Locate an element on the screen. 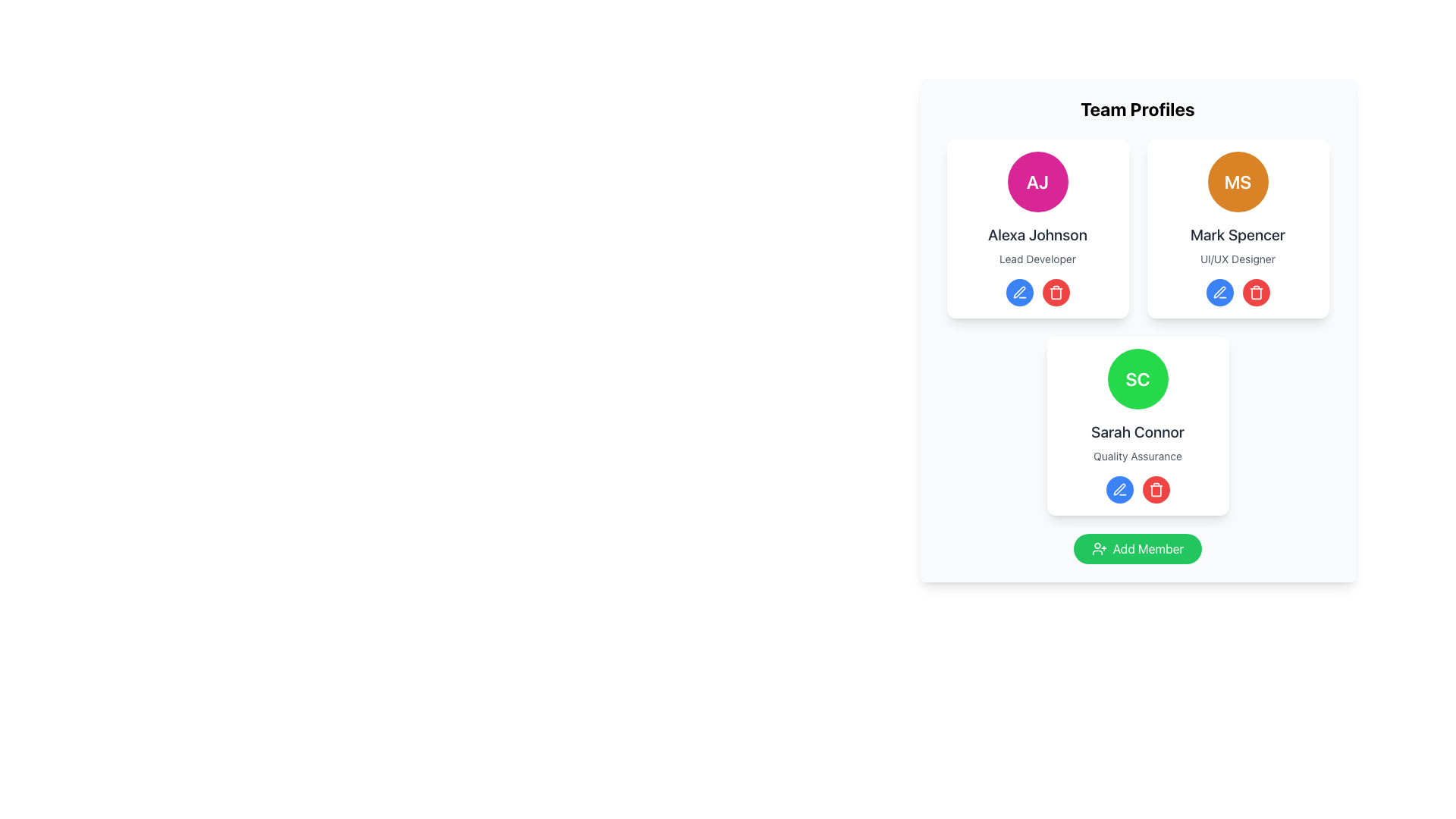 This screenshot has height=819, width=1456. the pen icon located in the bottom-left corner of the profile card for 'Alexa Johnson' to initiate the edit action is located at coordinates (1019, 292).